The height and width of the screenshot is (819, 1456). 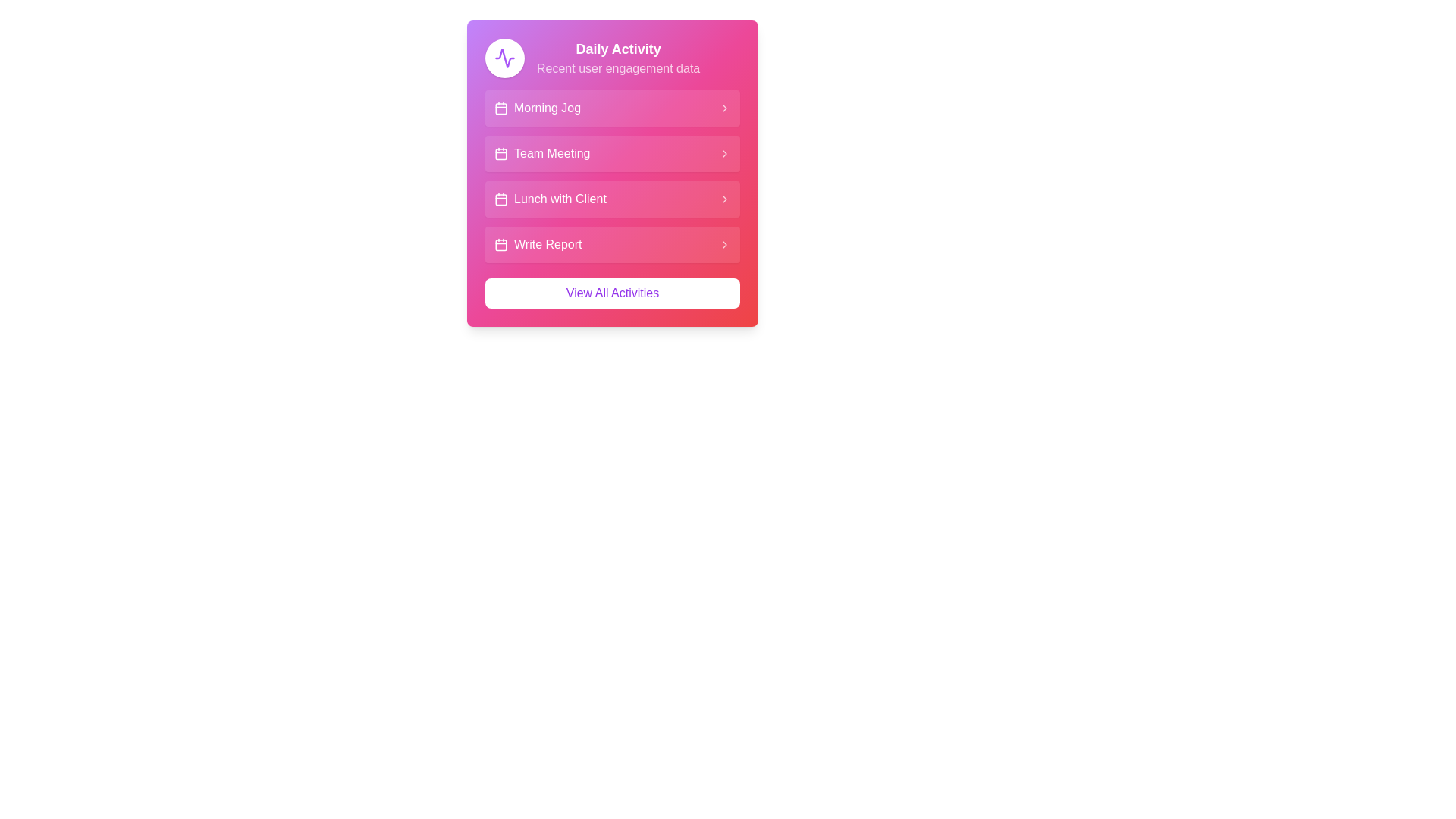 I want to click on the 'Team Meeting' text label, which is the second item in the vertical list of activity items within the 'Daily Activity' widget, styled with a medium-weight white font on a pink background, so click(x=551, y=154).